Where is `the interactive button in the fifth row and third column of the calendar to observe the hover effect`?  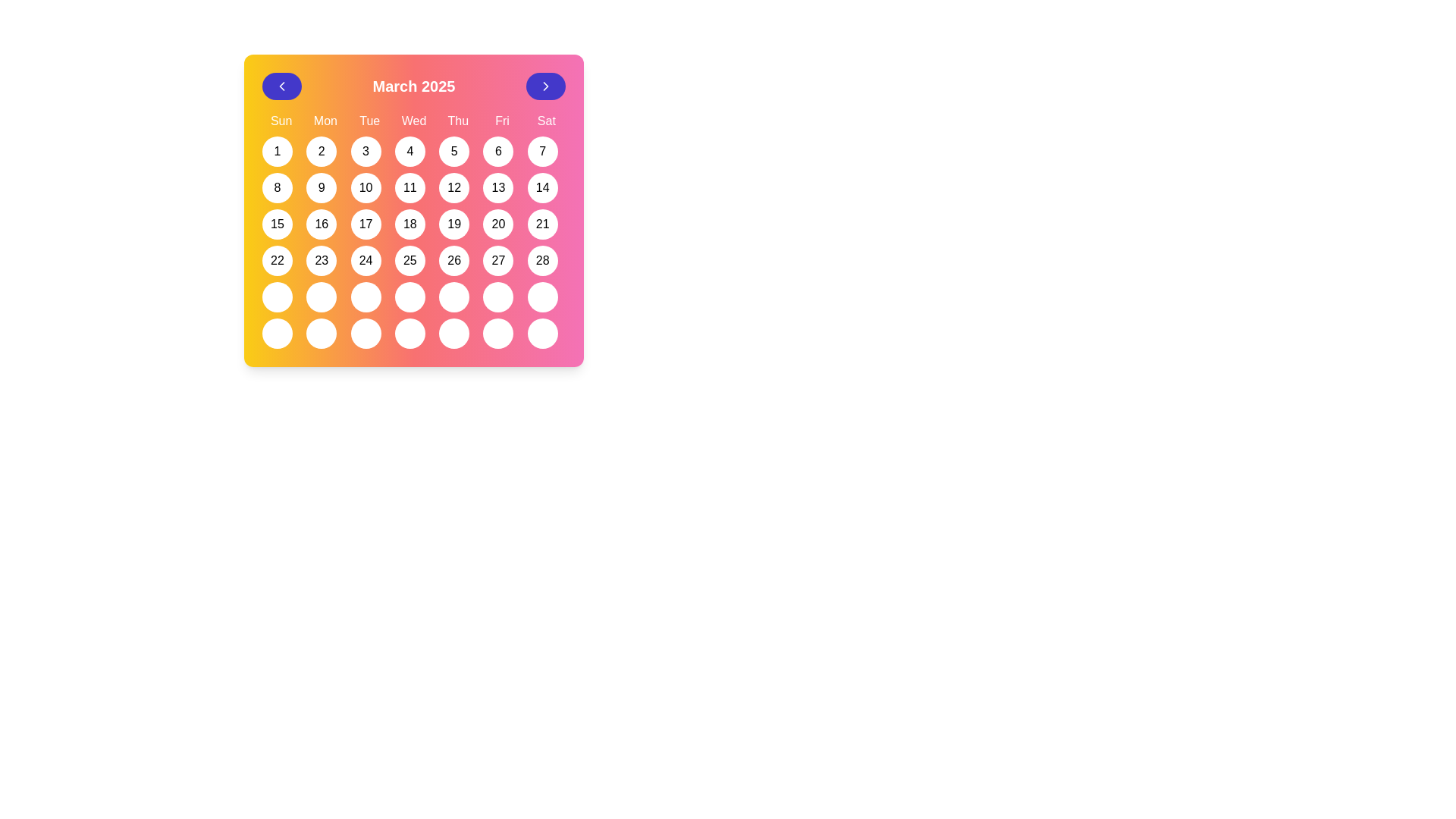
the interactive button in the fifth row and third column of the calendar to observe the hover effect is located at coordinates (366, 297).